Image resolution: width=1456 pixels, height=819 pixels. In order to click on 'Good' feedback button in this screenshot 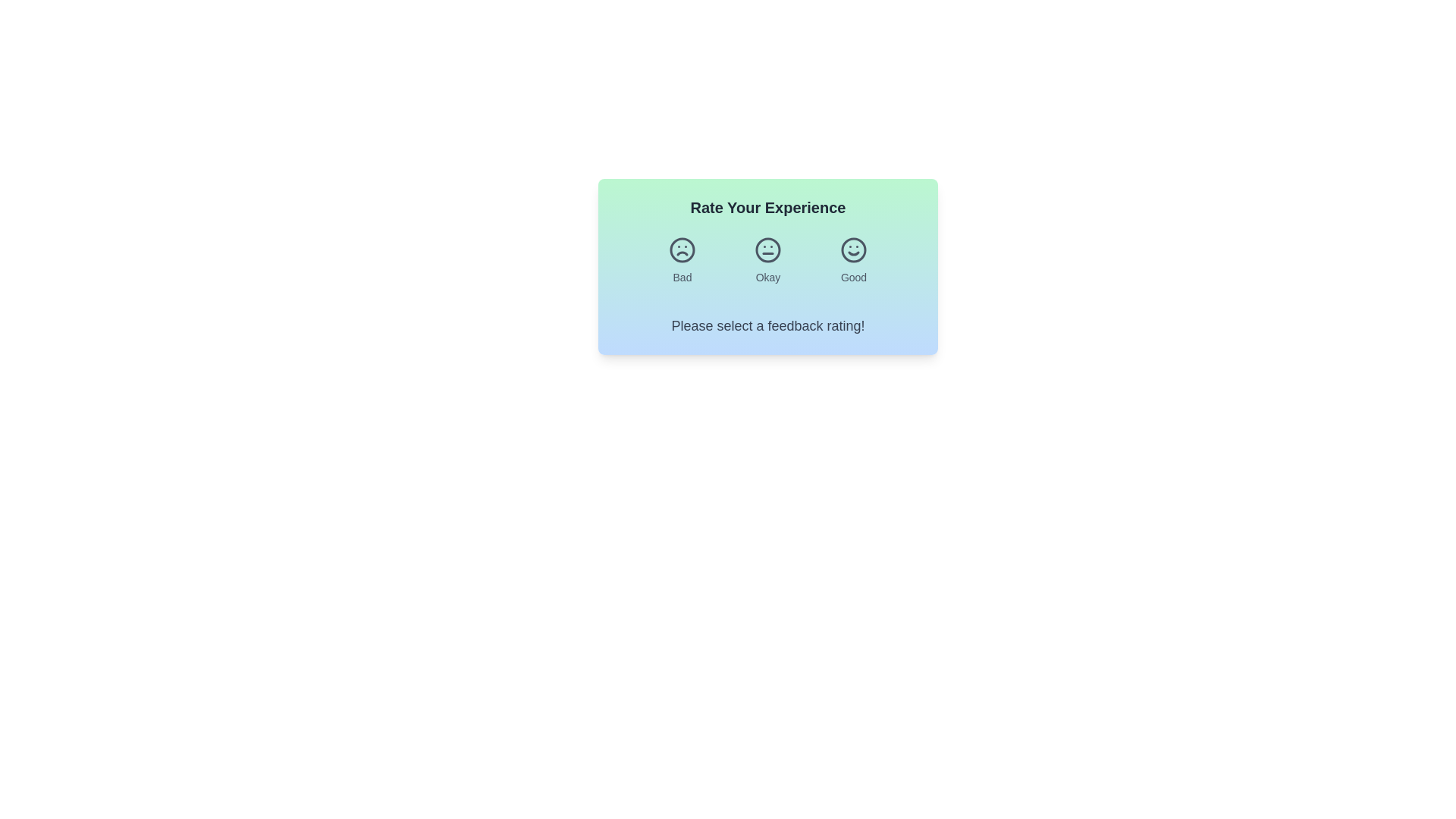, I will do `click(854, 259)`.